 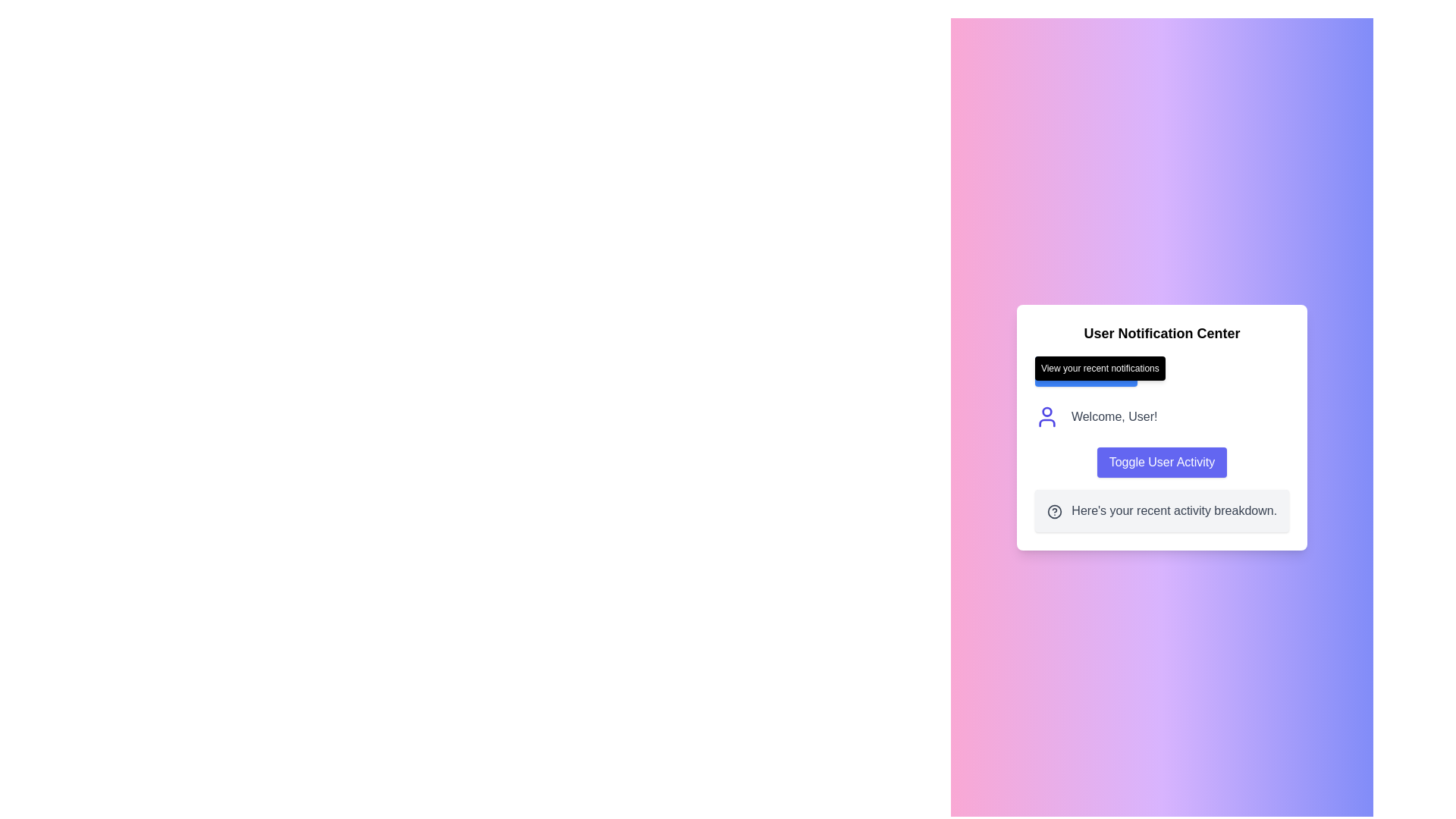 What do you see at coordinates (1049, 371) in the screenshot?
I see `the bell-shaped icon that is part of the 'Notifications' button` at bounding box center [1049, 371].